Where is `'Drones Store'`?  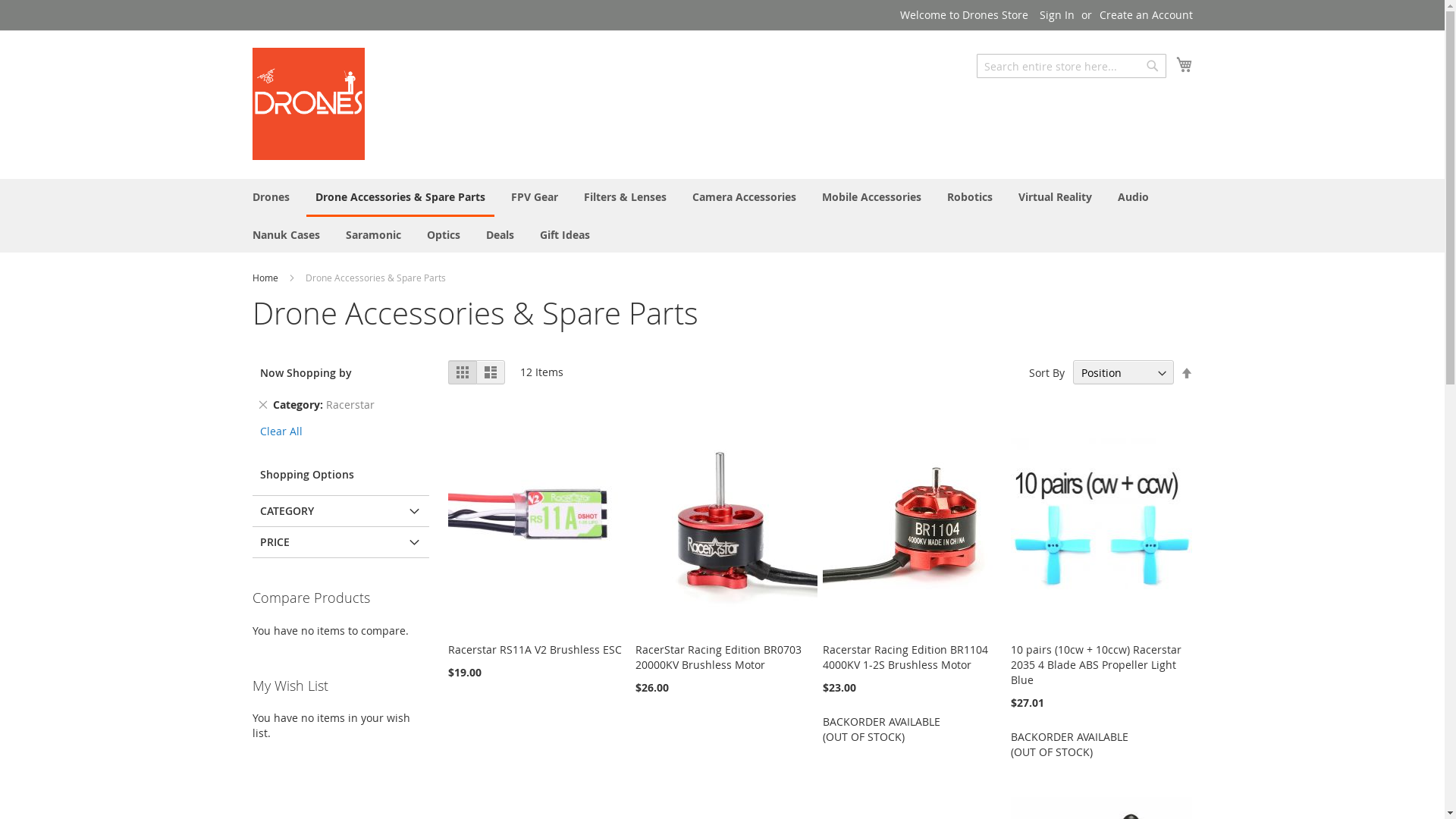
'Drones Store' is located at coordinates (307, 103).